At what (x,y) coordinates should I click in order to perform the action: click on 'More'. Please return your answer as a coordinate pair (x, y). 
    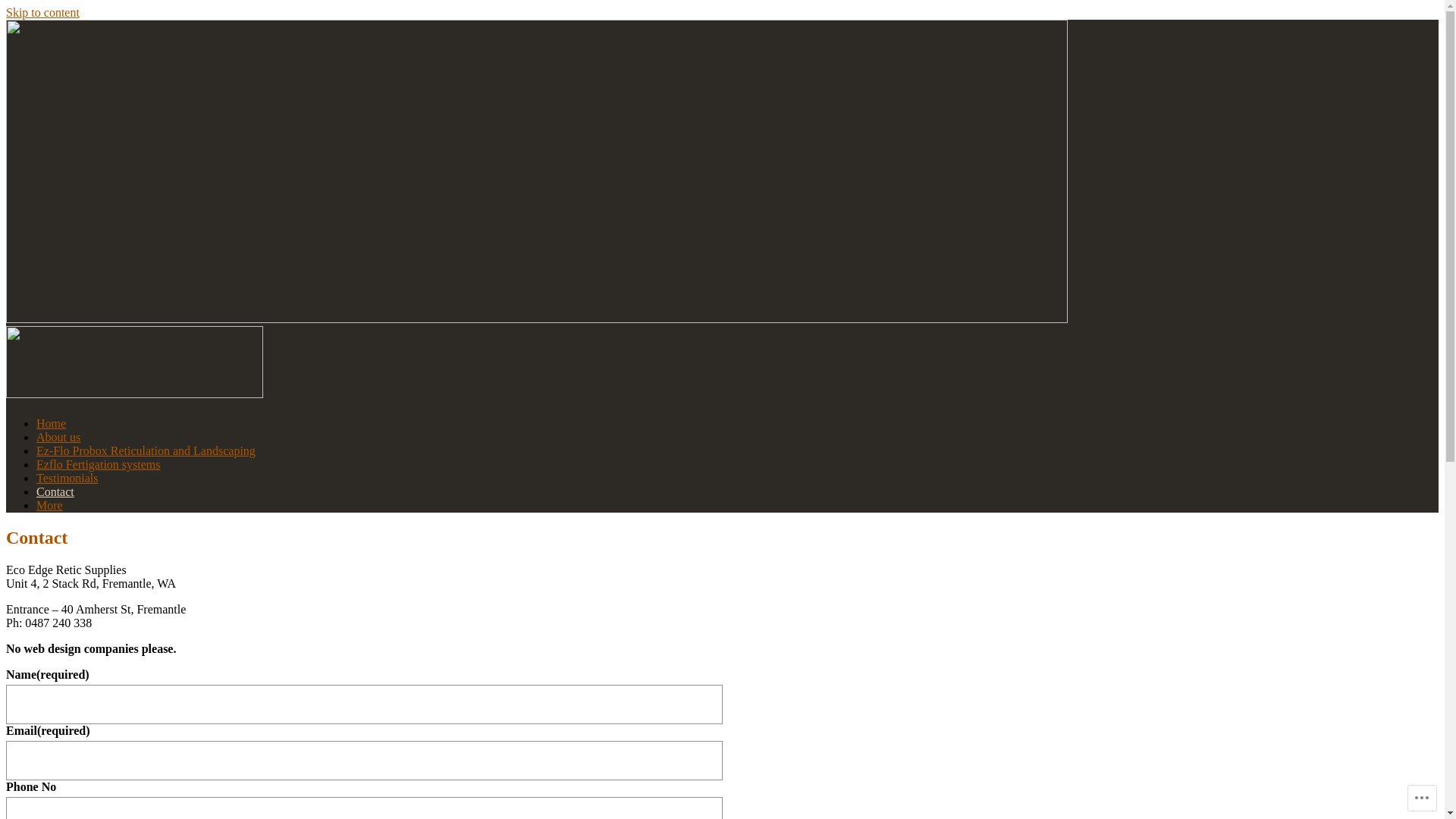
    Looking at the image, I should click on (49, 505).